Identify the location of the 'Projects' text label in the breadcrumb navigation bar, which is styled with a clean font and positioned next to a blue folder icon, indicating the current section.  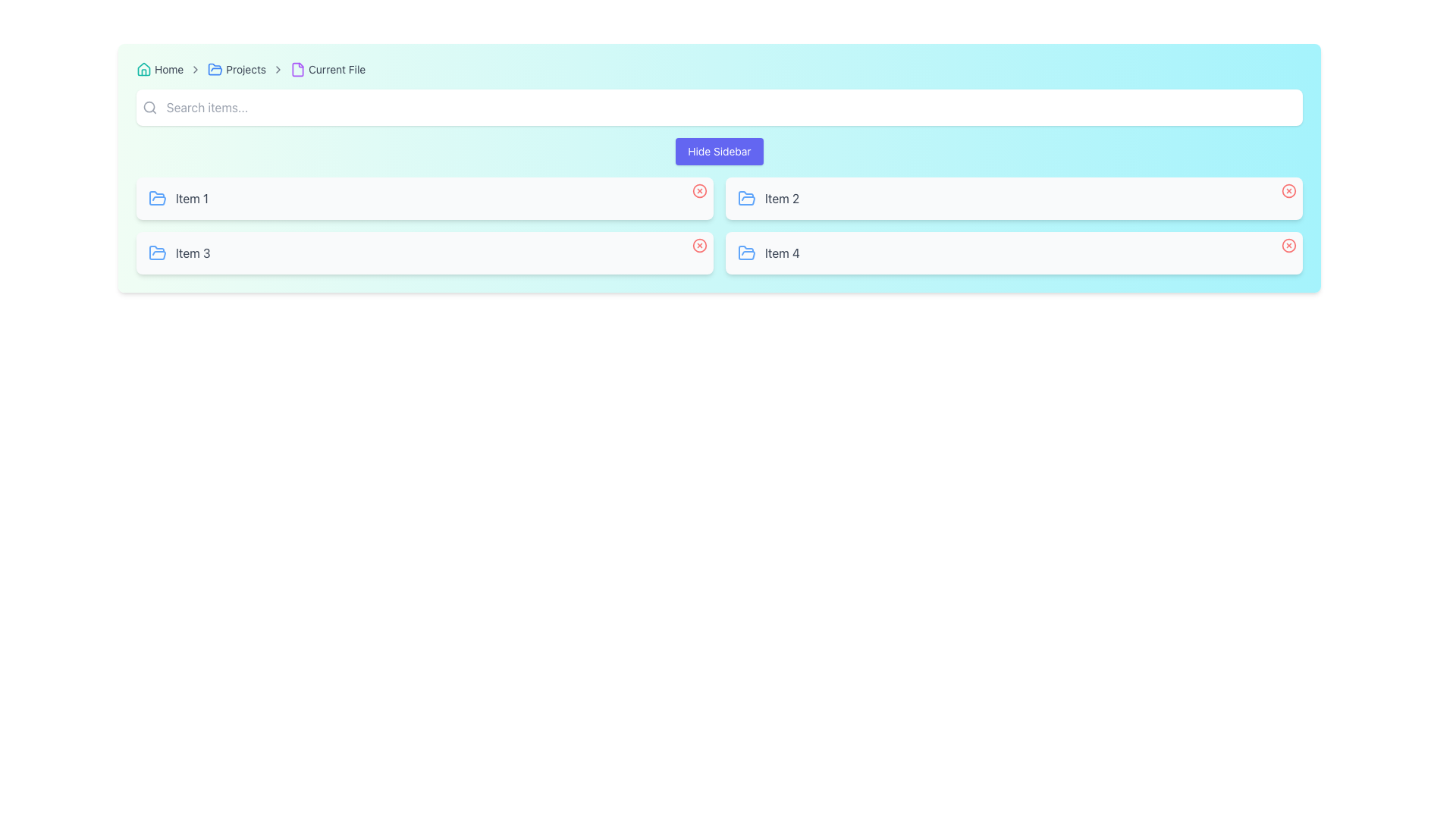
(246, 70).